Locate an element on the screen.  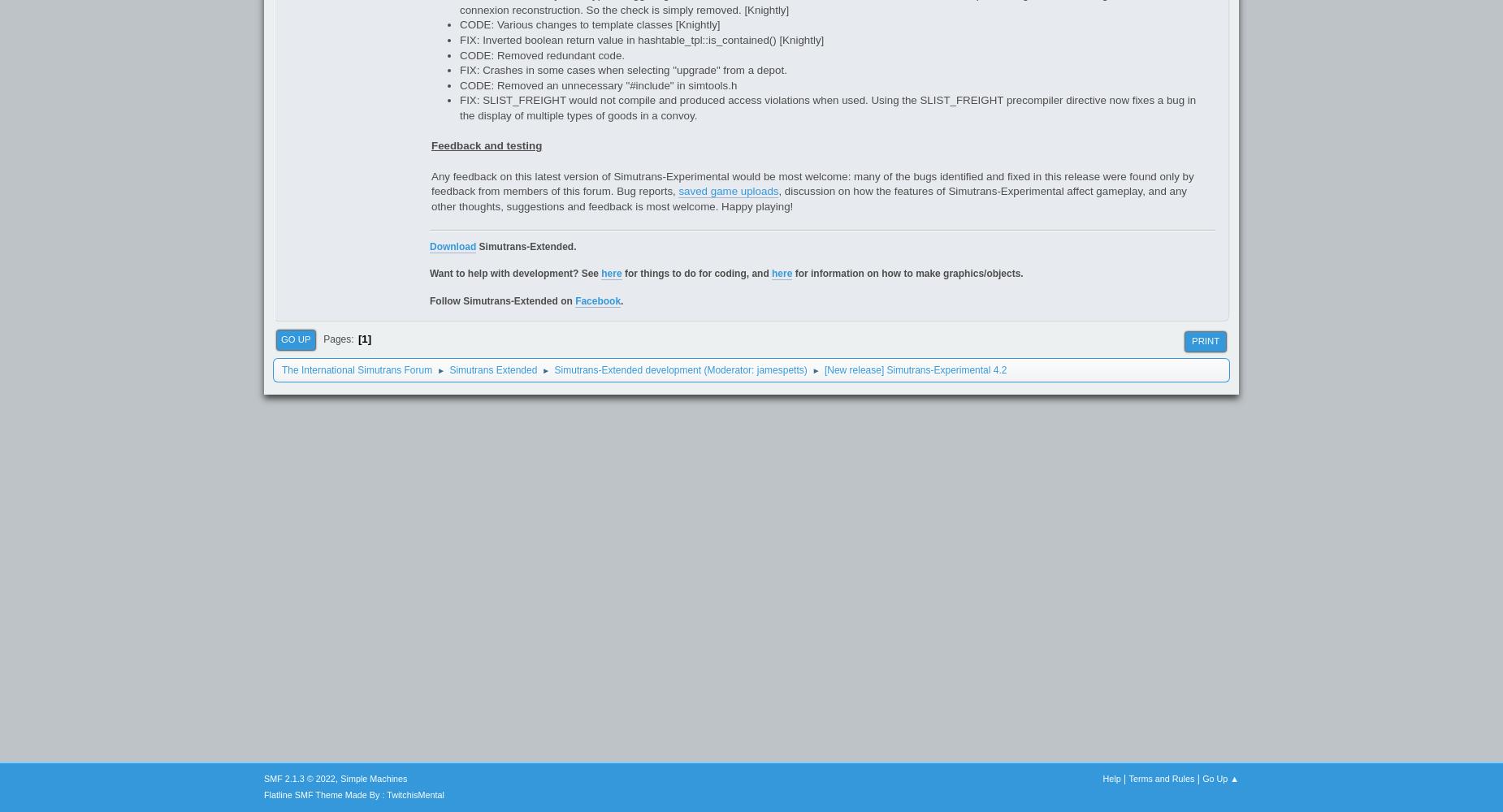
'1' is located at coordinates (363, 339).